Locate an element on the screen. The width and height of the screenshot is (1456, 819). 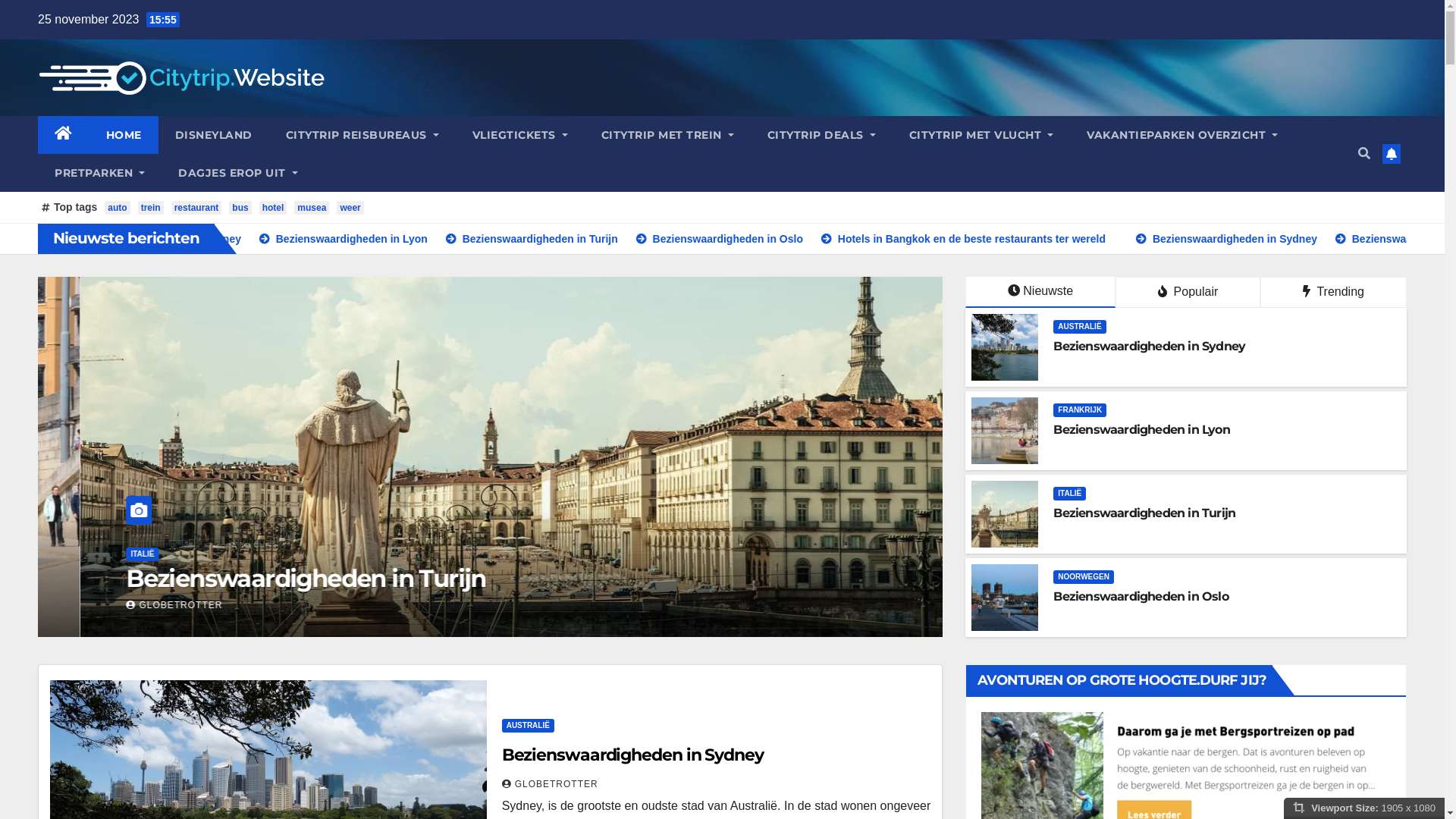
'CITYTRIP MET TREIN' is located at coordinates (584, 133).